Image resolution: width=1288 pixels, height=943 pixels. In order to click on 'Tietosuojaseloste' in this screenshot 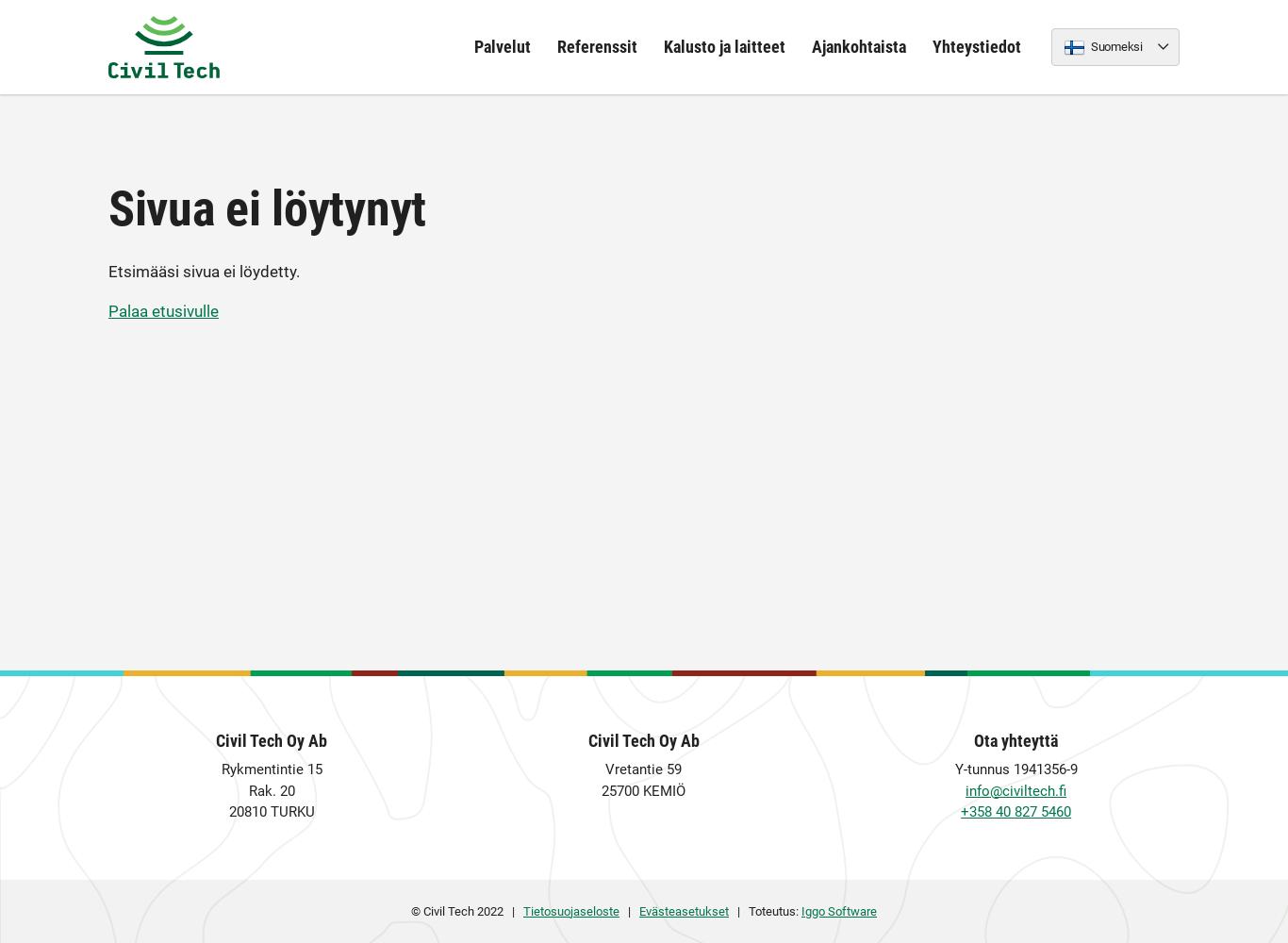, I will do `click(570, 909)`.